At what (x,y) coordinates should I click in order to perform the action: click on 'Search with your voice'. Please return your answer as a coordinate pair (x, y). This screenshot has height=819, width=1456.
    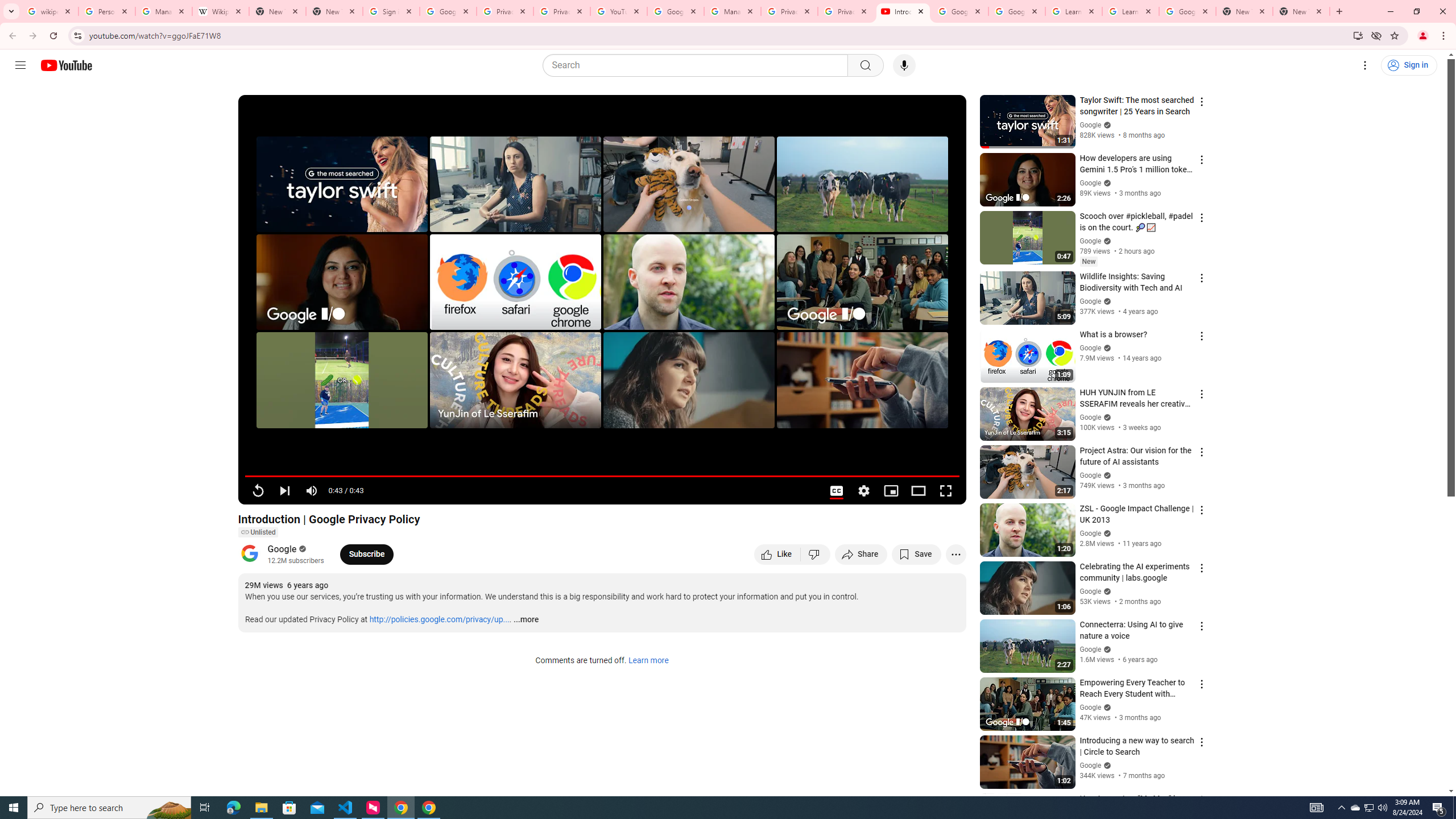
    Looking at the image, I should click on (904, 65).